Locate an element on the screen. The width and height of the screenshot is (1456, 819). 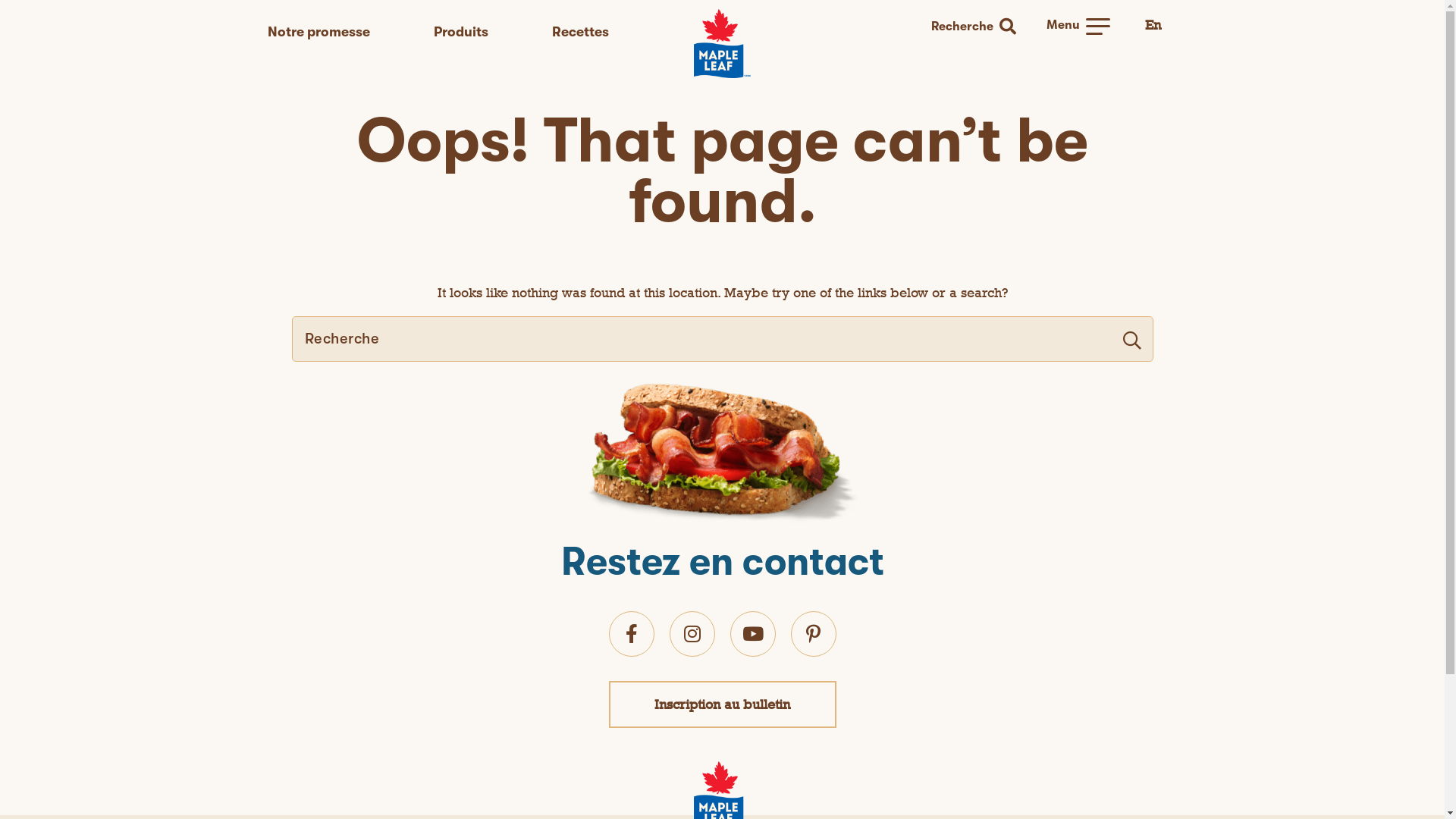
'En' is located at coordinates (1145, 24).